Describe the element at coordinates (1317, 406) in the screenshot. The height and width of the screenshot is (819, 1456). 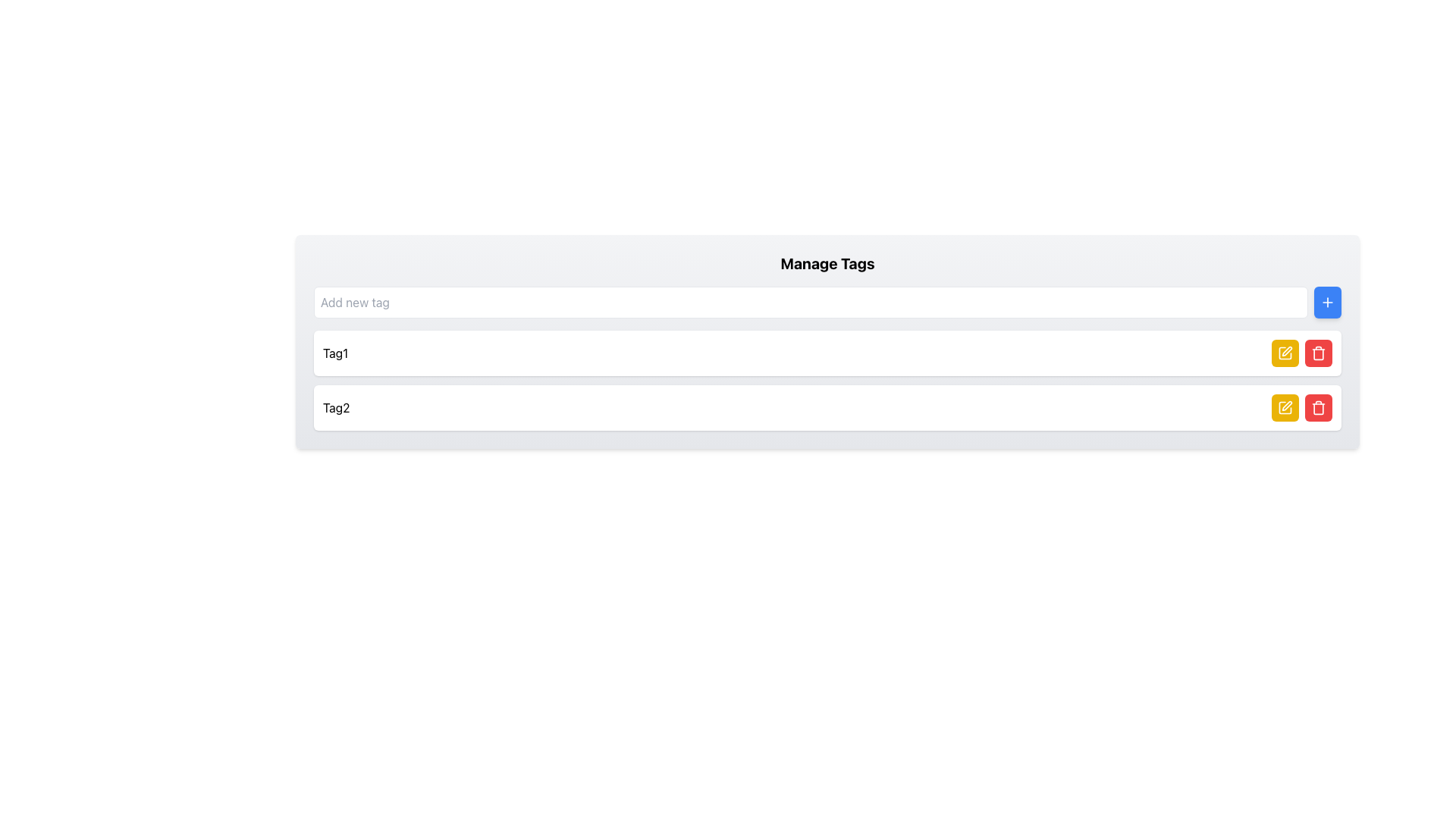
I see `the delete button located at the rightmost position in the second row of the tag list to initiate deletion of the respective tag` at that location.